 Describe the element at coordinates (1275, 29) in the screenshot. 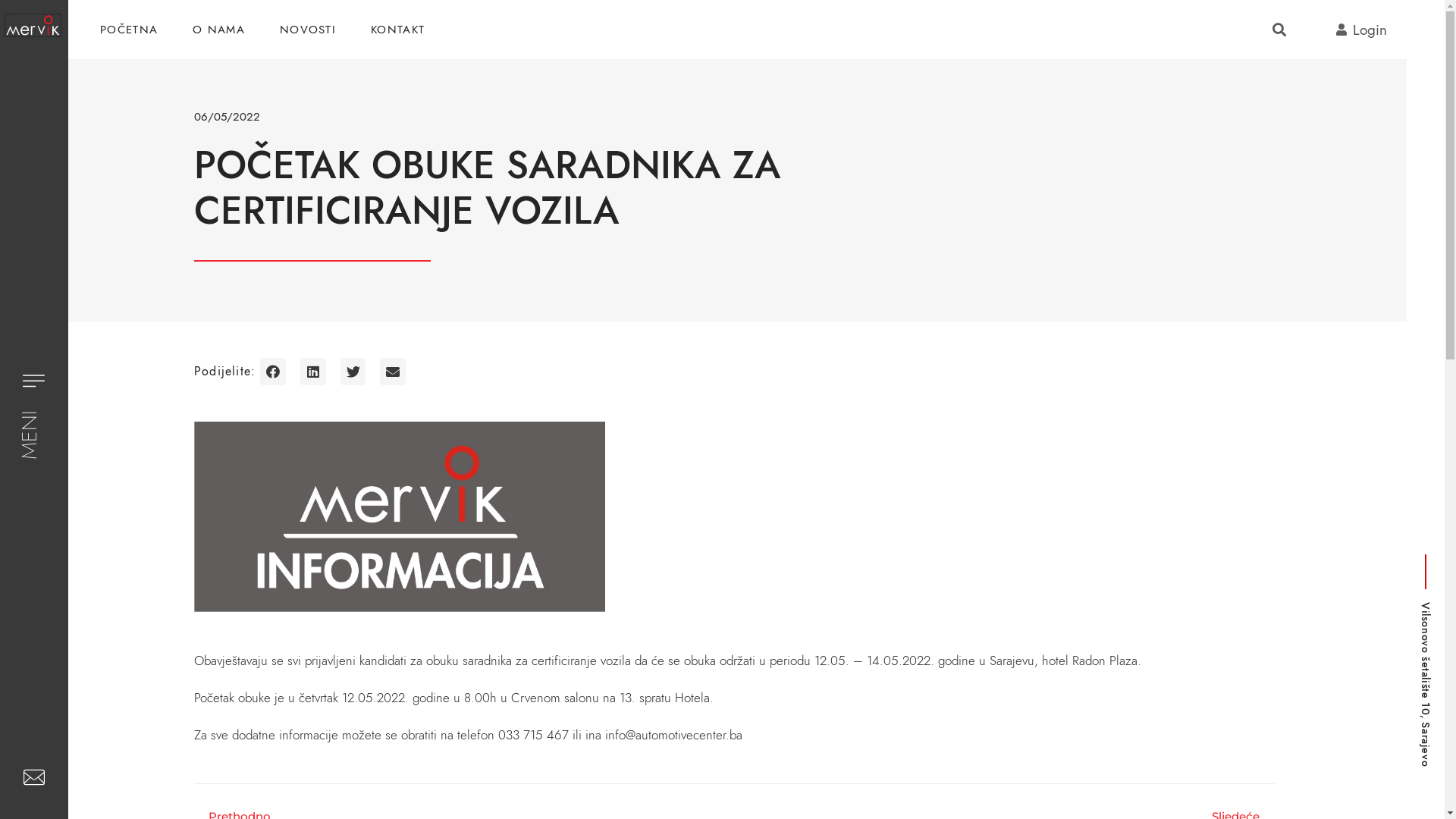

I see `'Search'` at that location.